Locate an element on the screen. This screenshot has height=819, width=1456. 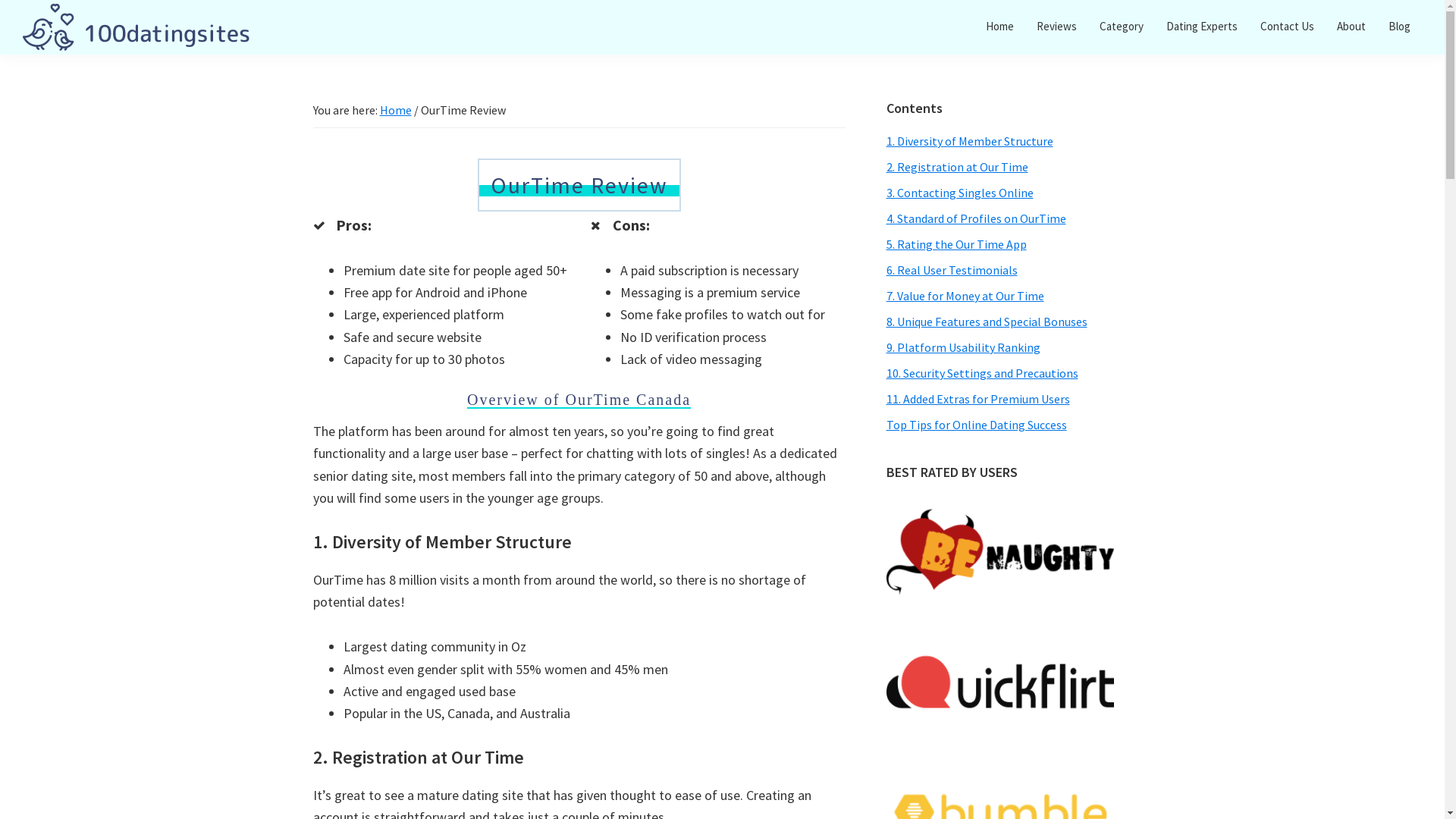
'Top Tips for Online Dating Success' is located at coordinates (975, 424).